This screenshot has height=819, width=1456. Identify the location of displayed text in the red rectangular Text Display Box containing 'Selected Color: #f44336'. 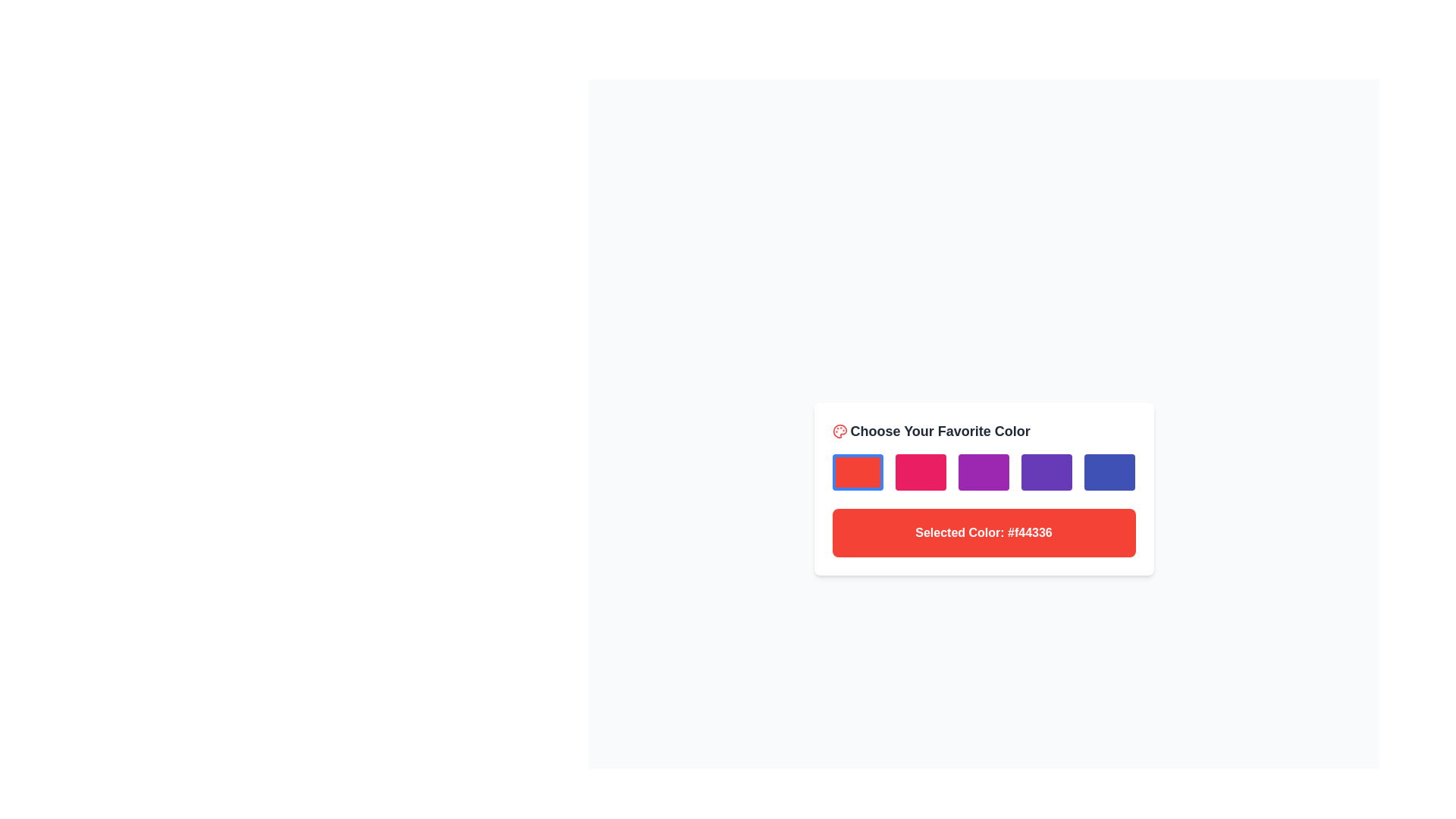
(984, 532).